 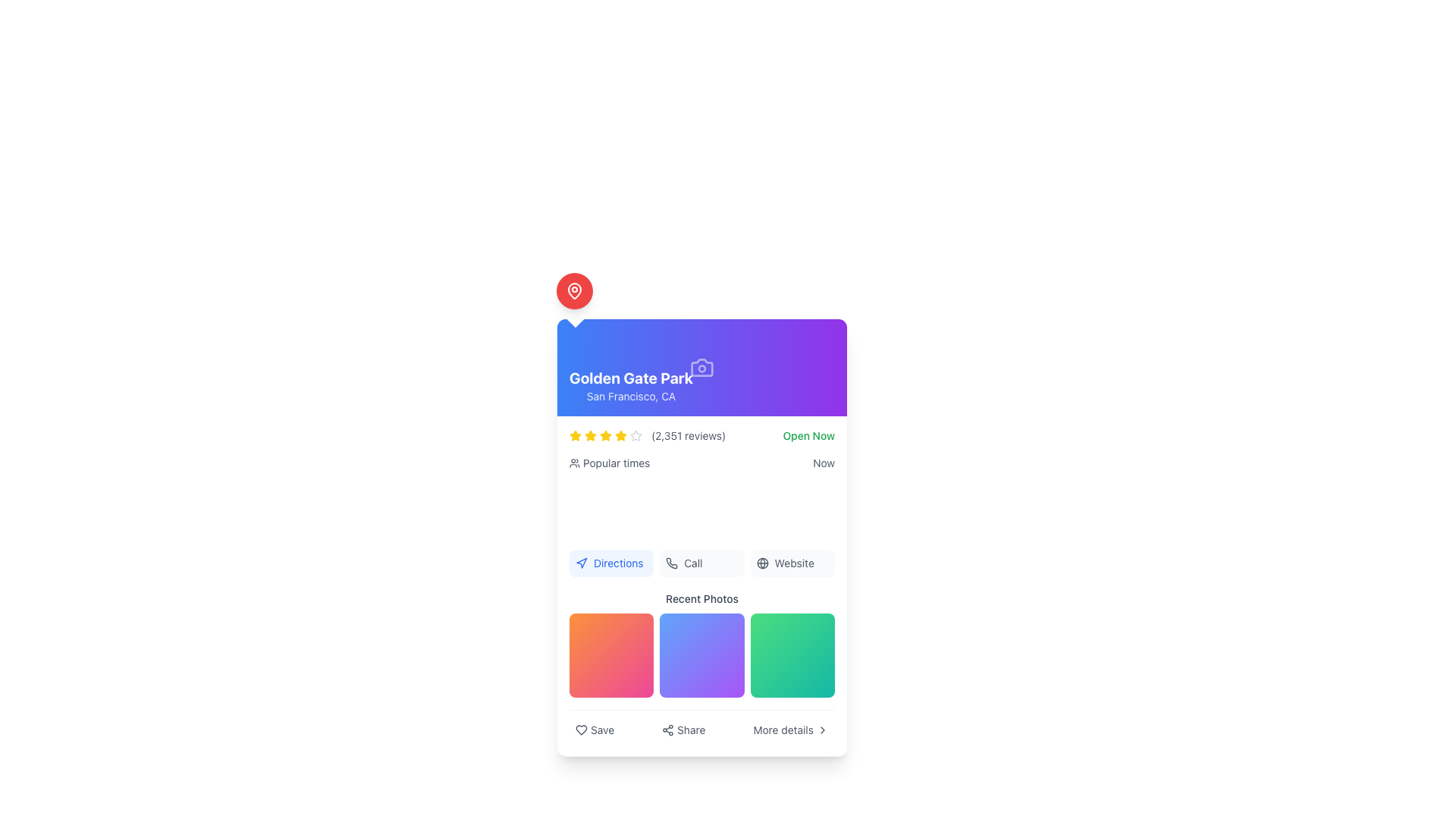 What do you see at coordinates (621, 435) in the screenshot?
I see `the sixth star in the rating system, which indicates a partial rating, positioned to the left of a gray star and aligned with the '(2,351 reviews)' section` at bounding box center [621, 435].